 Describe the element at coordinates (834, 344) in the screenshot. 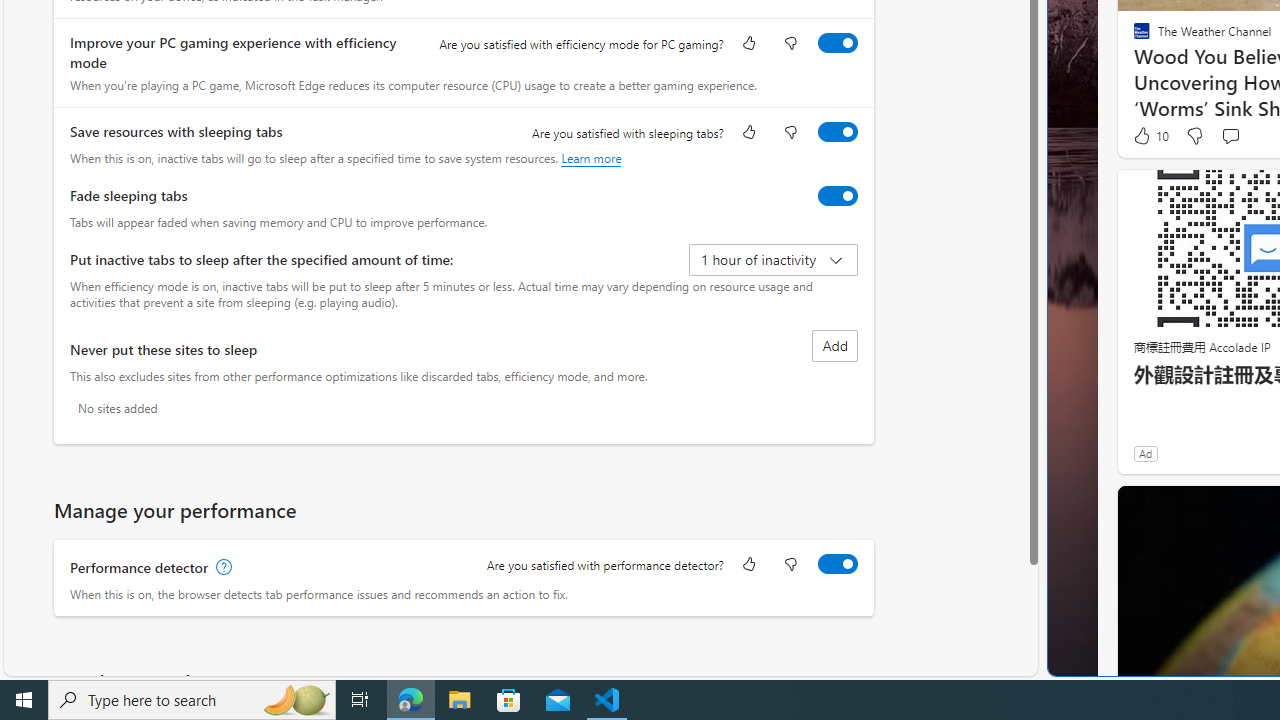

I see `'Add site to never put these sites to sleep list'` at that location.